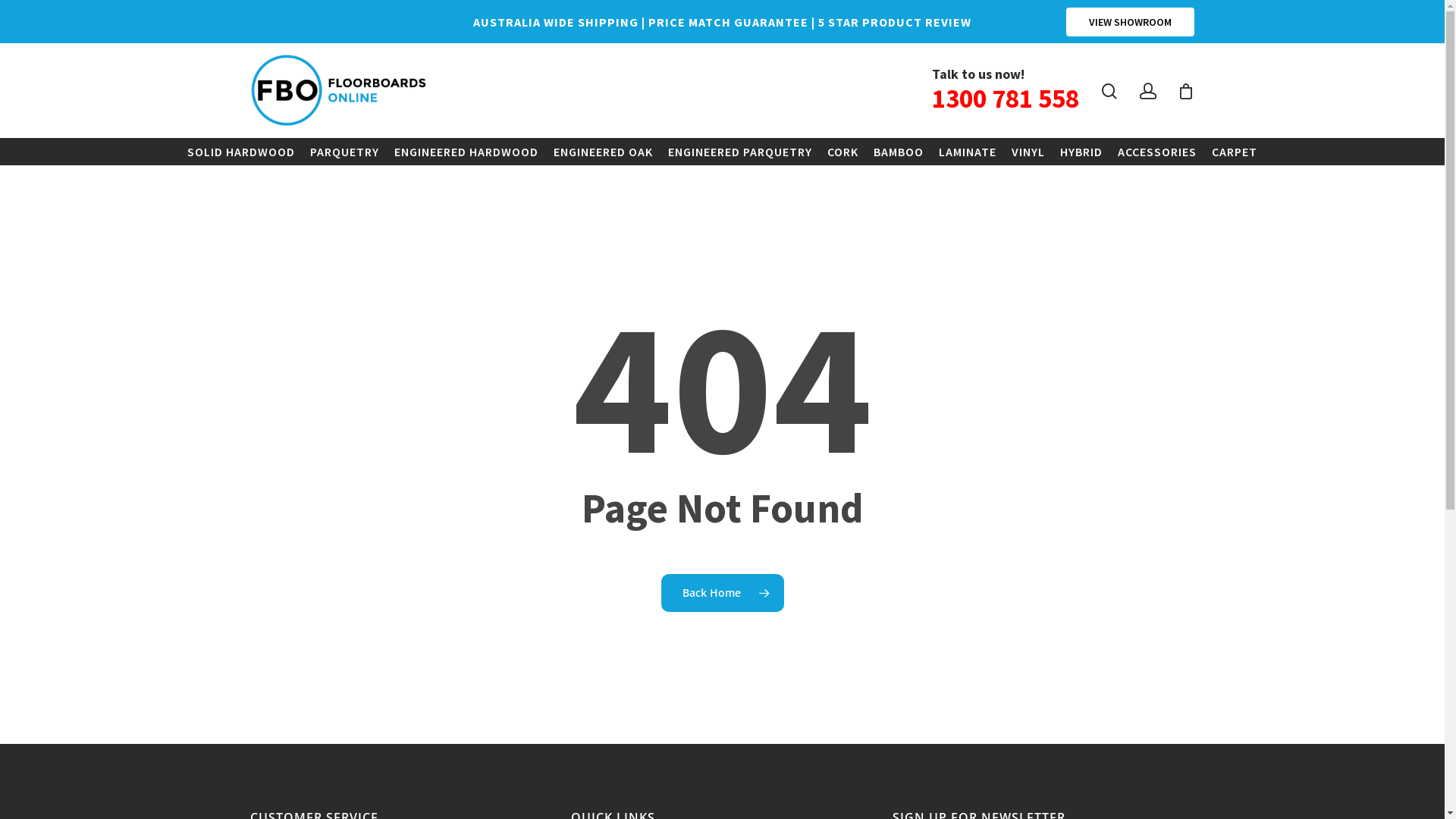  Describe the element at coordinates (967, 152) in the screenshot. I see `'LAMINATE'` at that location.